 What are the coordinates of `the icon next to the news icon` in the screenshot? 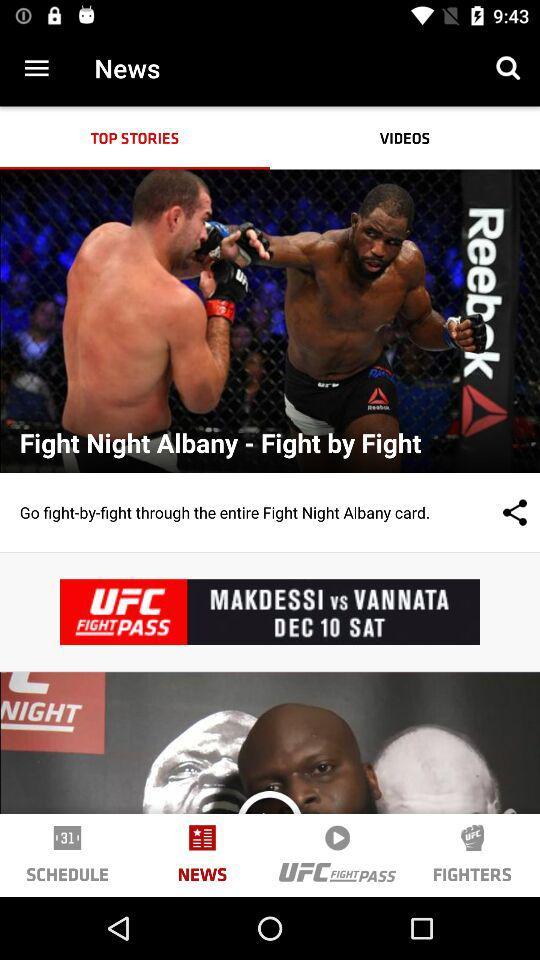 It's located at (269, 824).